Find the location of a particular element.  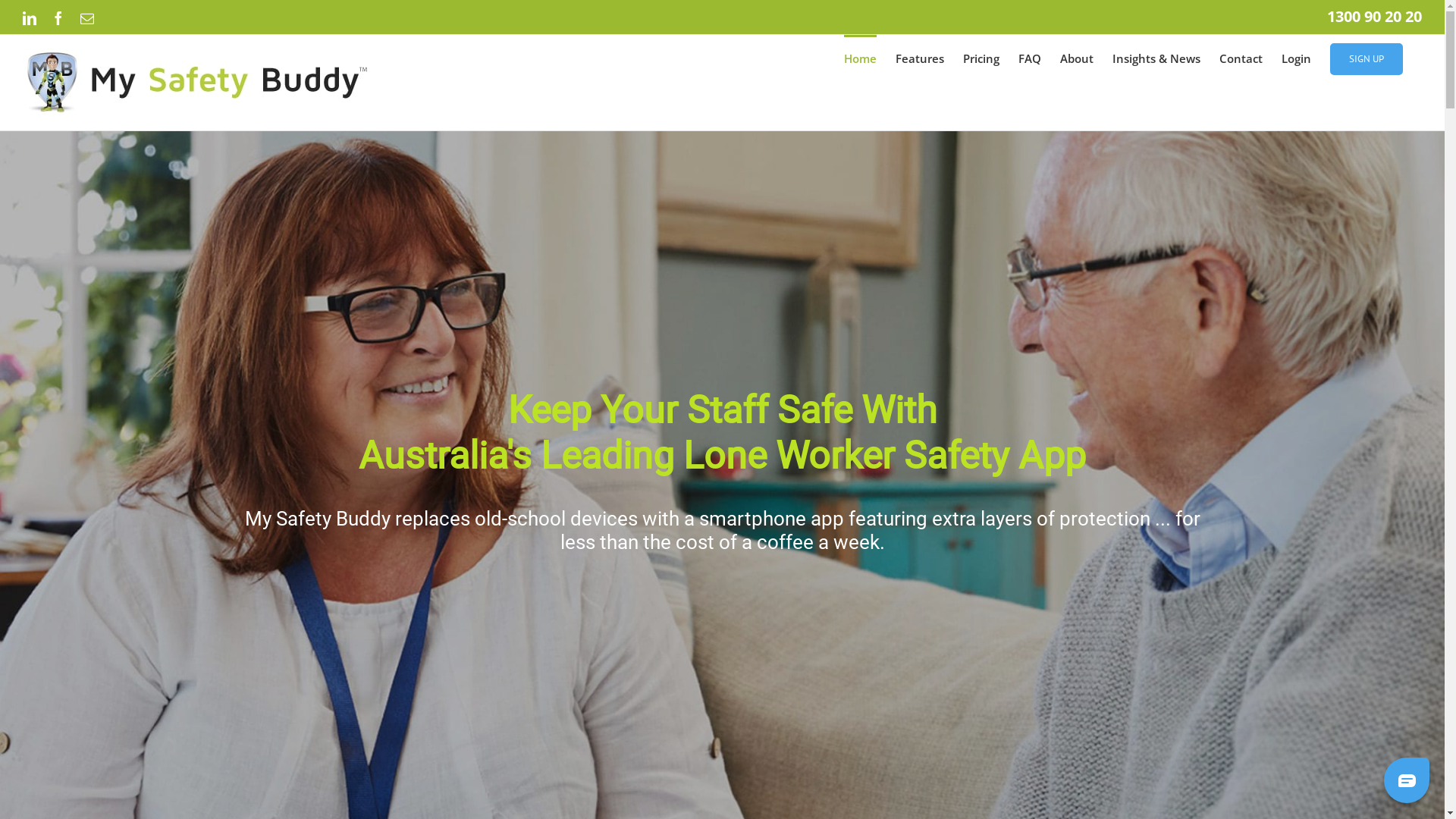

'Home' is located at coordinates (860, 57).